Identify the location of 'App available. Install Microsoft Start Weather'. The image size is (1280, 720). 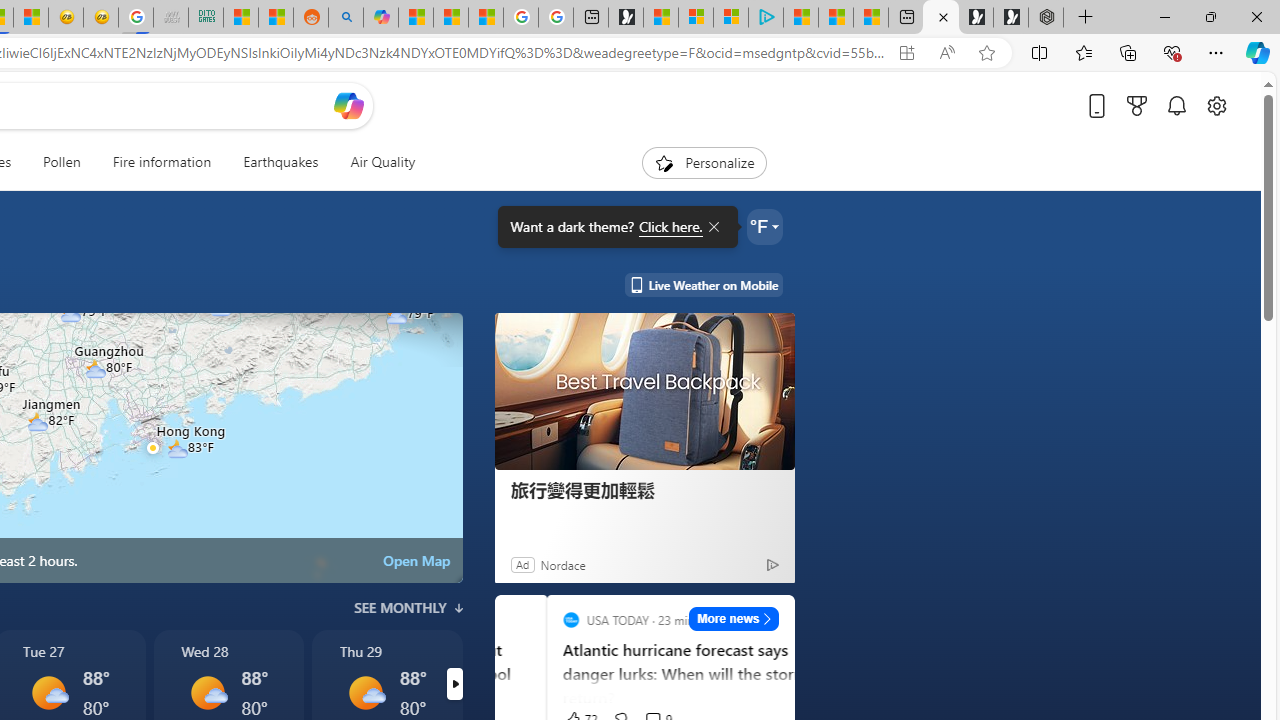
(905, 52).